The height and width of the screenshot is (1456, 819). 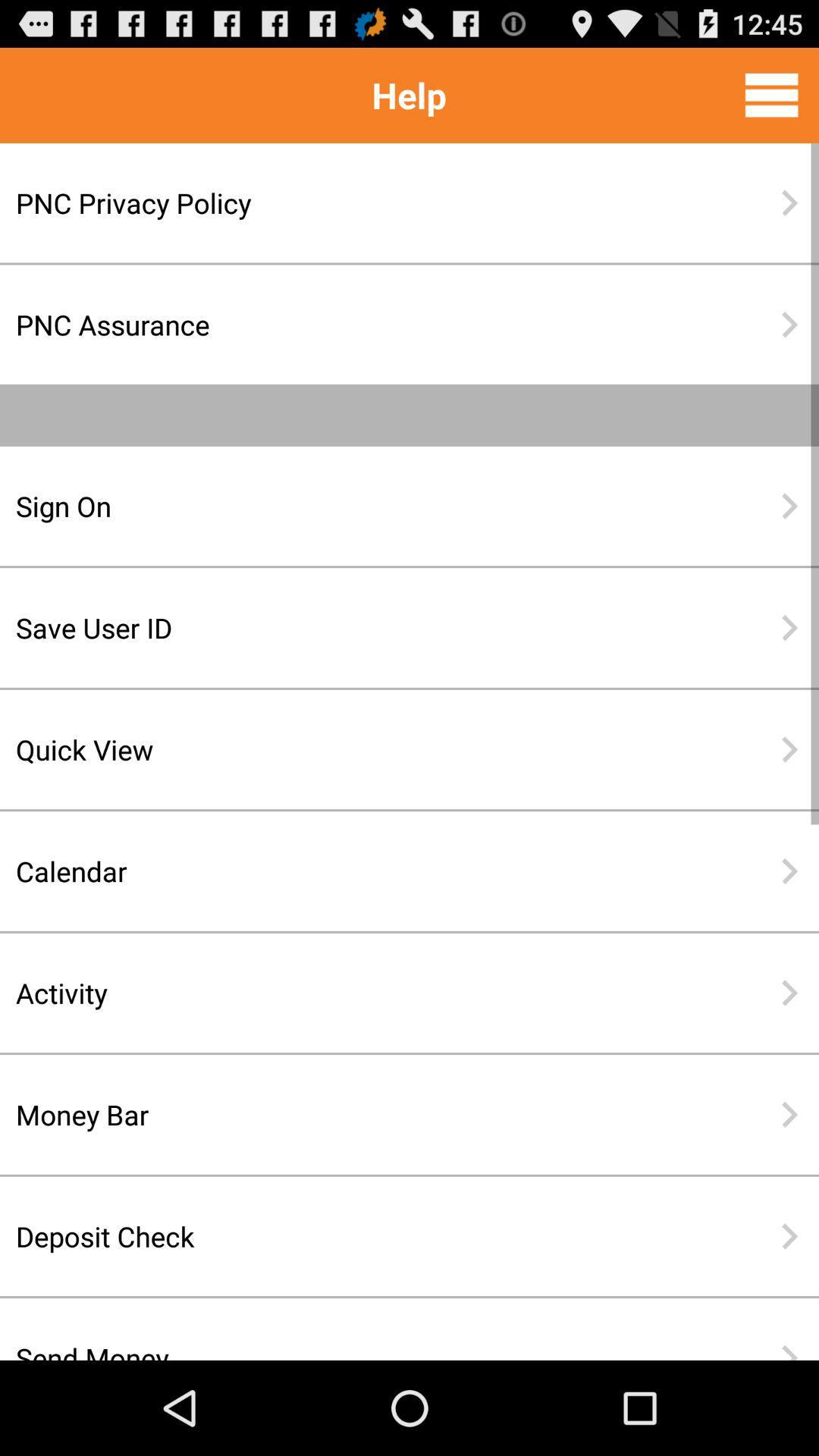 What do you see at coordinates (360, 506) in the screenshot?
I see `item above the save user id item` at bounding box center [360, 506].